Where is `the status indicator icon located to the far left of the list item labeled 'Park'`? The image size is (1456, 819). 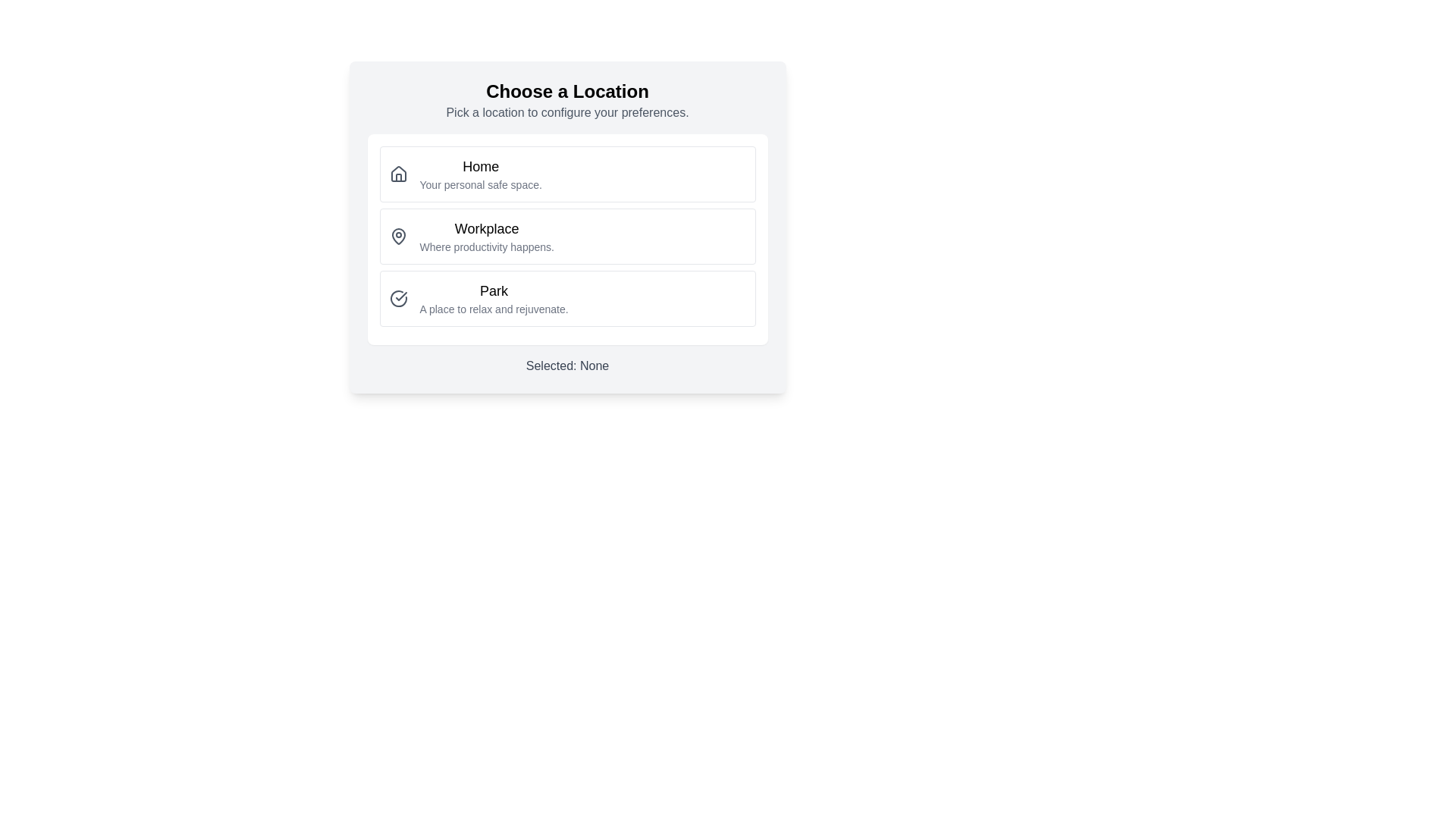 the status indicator icon located to the far left of the list item labeled 'Park' is located at coordinates (398, 298).